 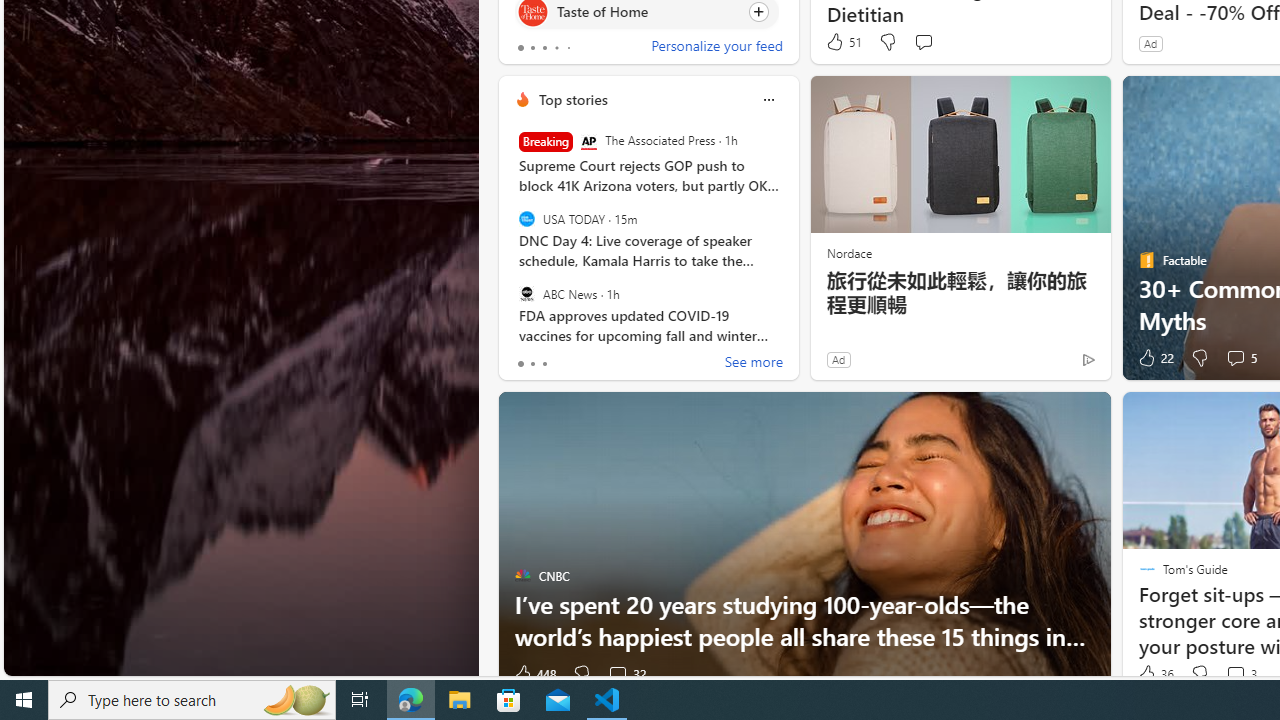 What do you see at coordinates (1154, 674) in the screenshot?
I see `'36 Like'` at bounding box center [1154, 674].